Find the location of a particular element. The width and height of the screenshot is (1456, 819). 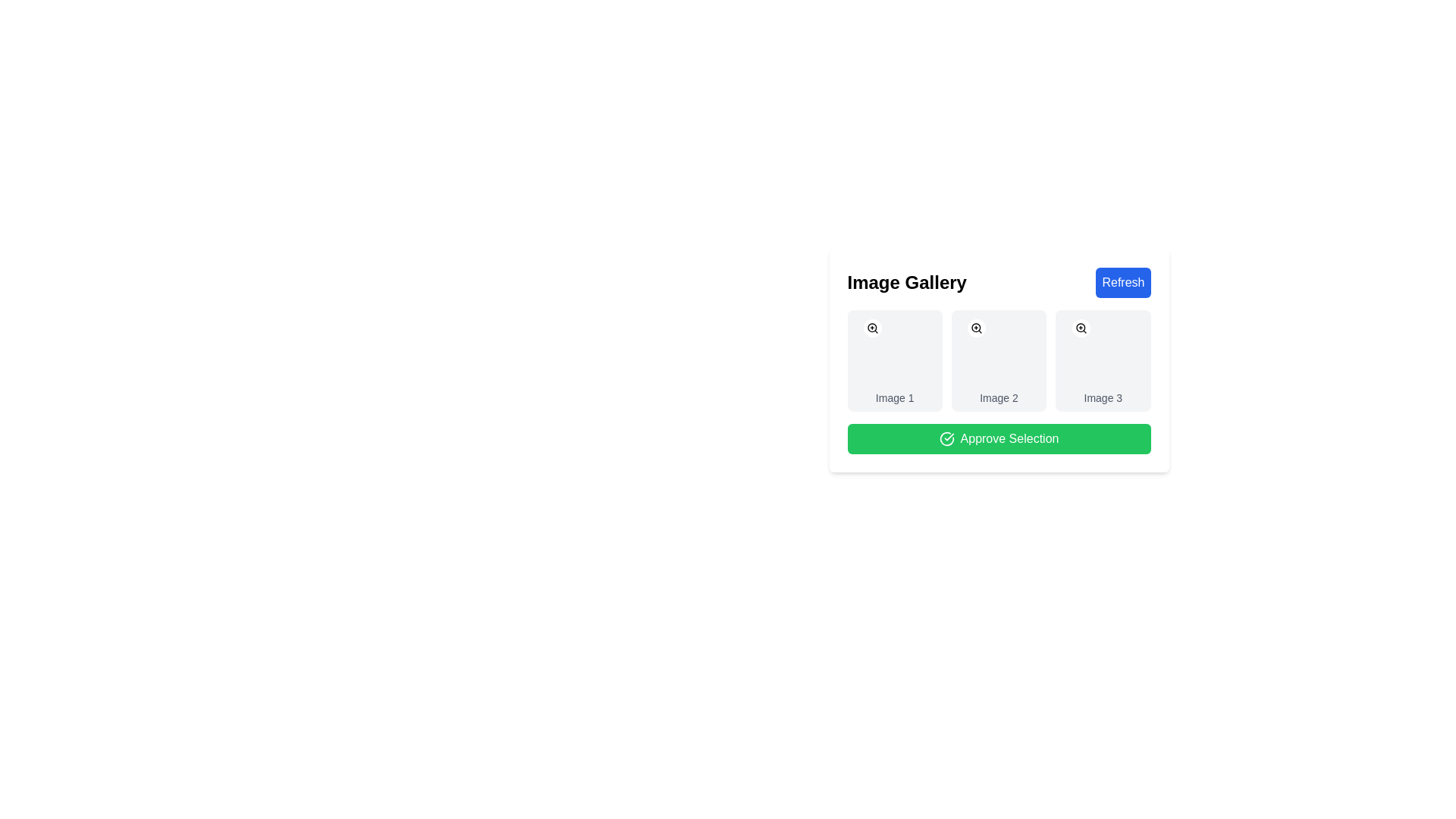

text label 'Image 2' which is displayed in a small, gray font beneath the image preview area, centered in the middle card of the row is located at coordinates (999, 397).